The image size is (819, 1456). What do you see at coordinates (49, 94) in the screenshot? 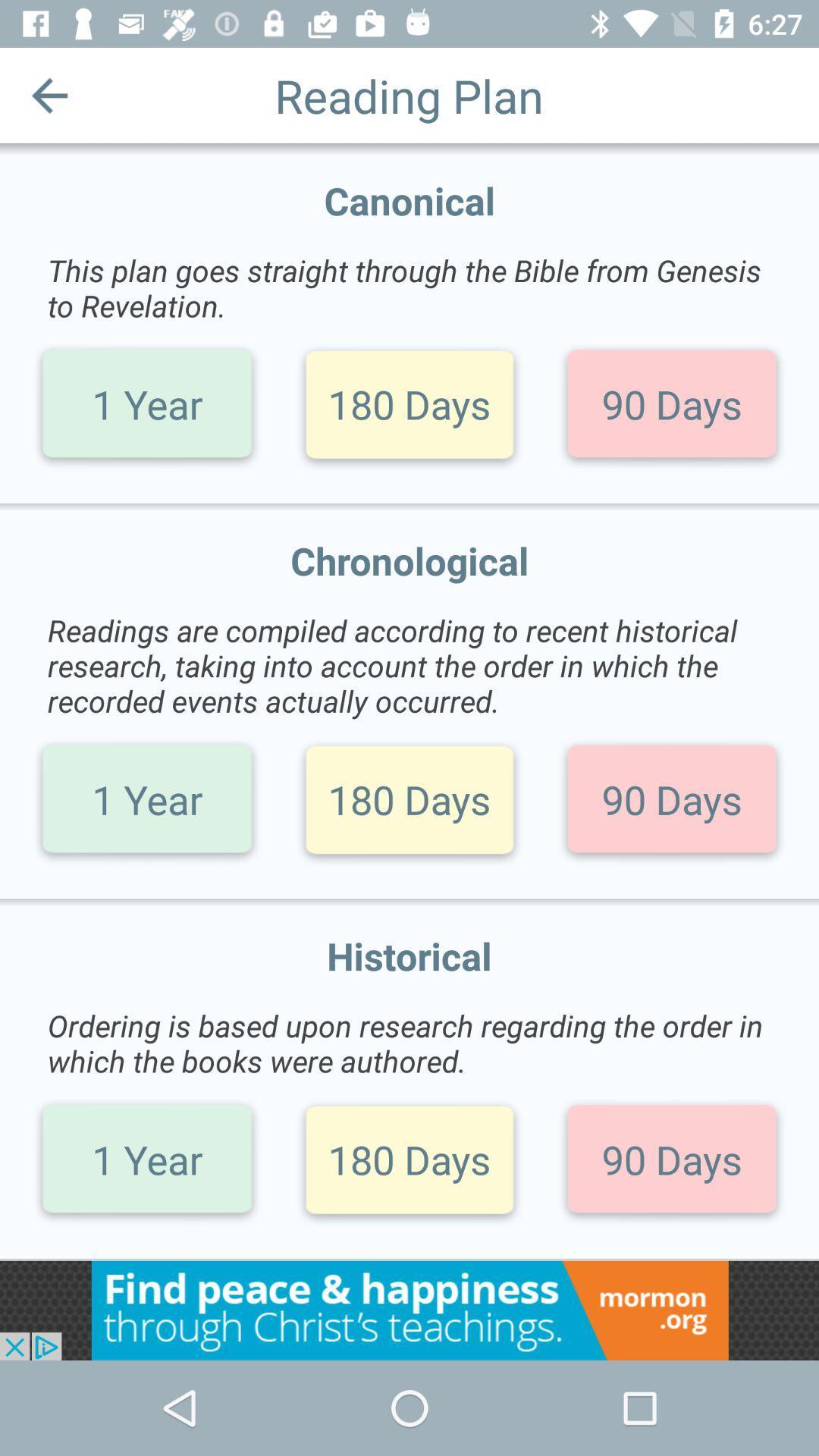
I see `go back` at bounding box center [49, 94].